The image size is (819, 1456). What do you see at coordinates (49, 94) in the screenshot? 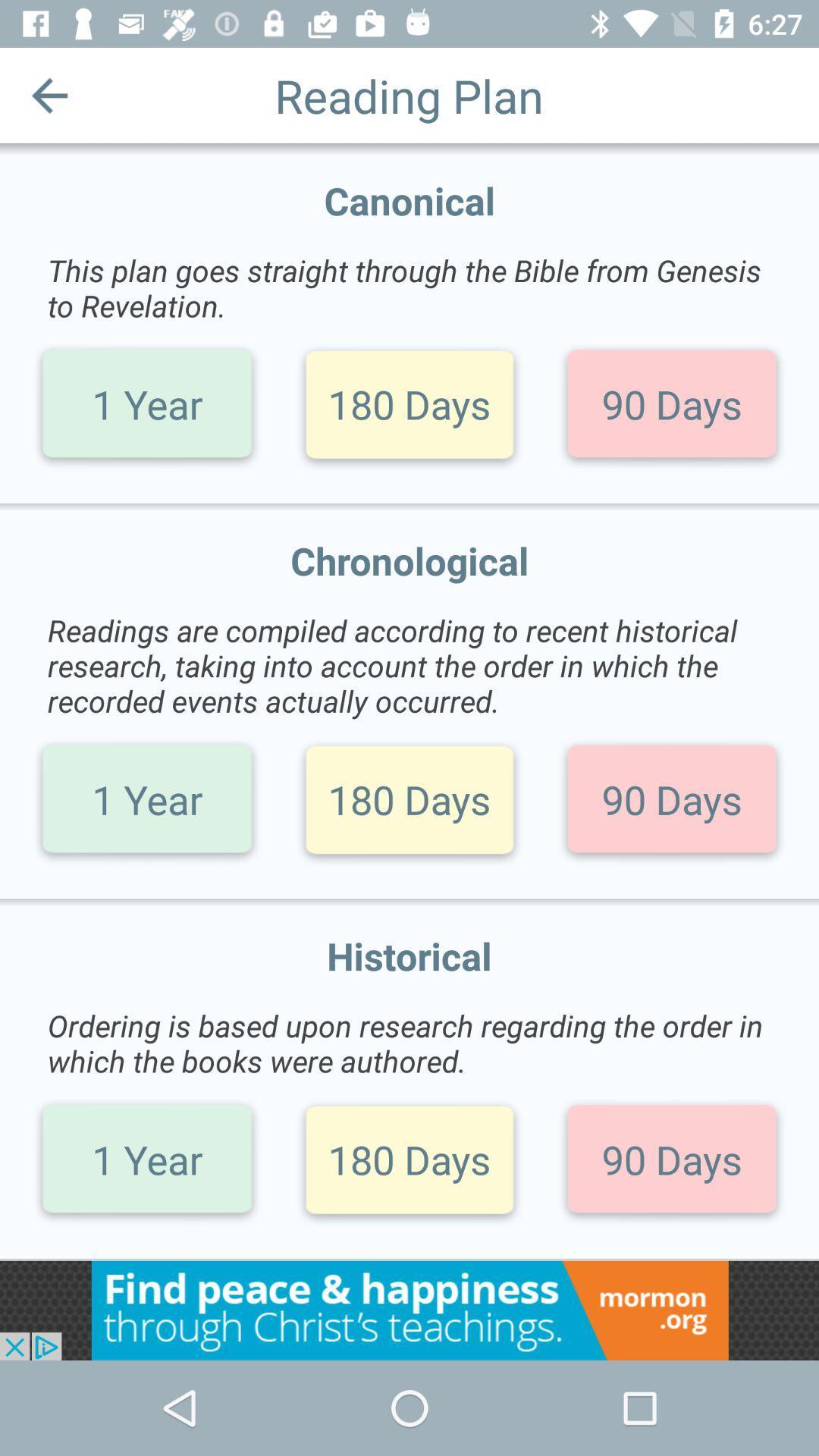
I see `go back` at bounding box center [49, 94].